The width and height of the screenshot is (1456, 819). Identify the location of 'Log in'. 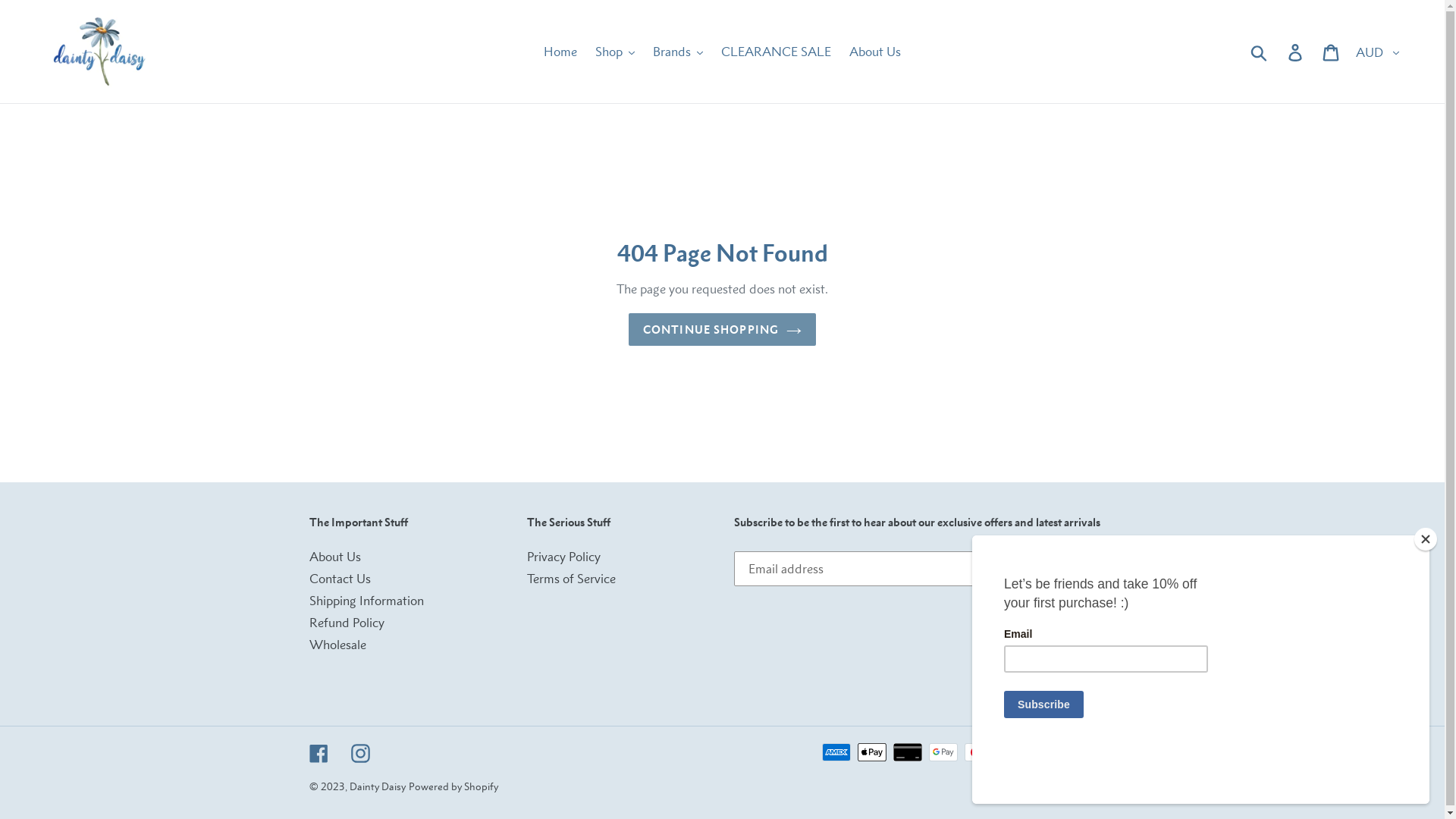
(1277, 51).